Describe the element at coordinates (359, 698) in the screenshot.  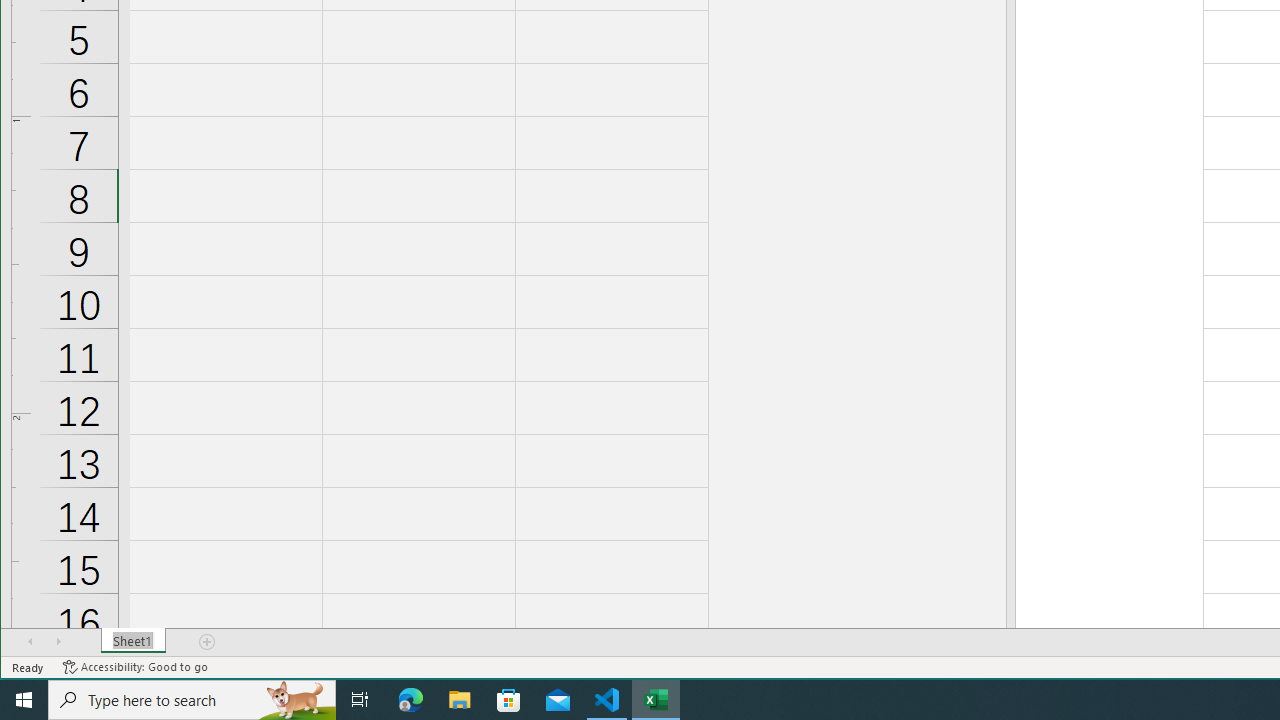
I see `'Task View'` at that location.